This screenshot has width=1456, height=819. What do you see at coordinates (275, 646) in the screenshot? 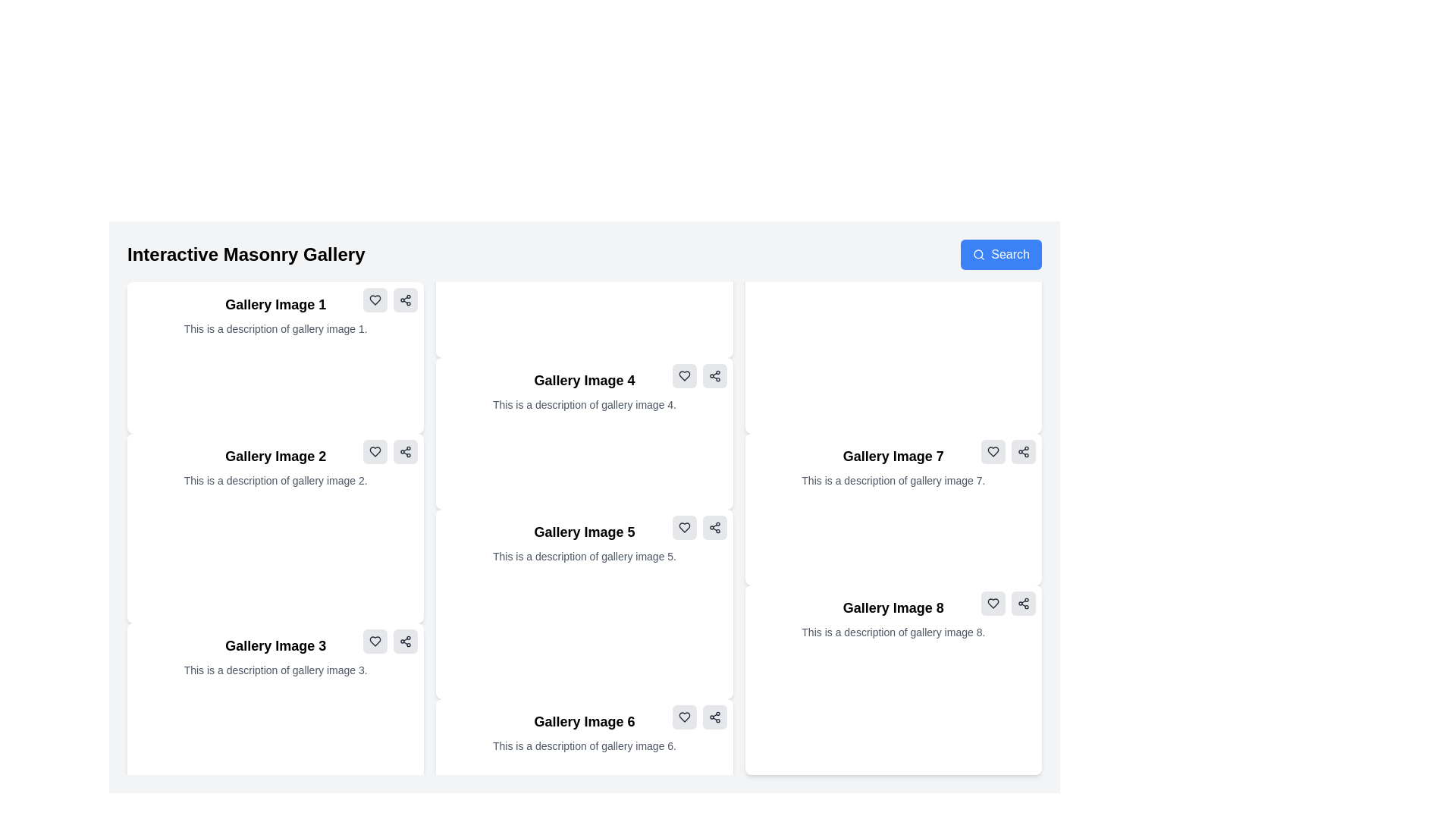
I see `the Text Label that serves as the title for Gallery Image 3, located at the bottom left part of the grid, just above the descriptive text` at bounding box center [275, 646].